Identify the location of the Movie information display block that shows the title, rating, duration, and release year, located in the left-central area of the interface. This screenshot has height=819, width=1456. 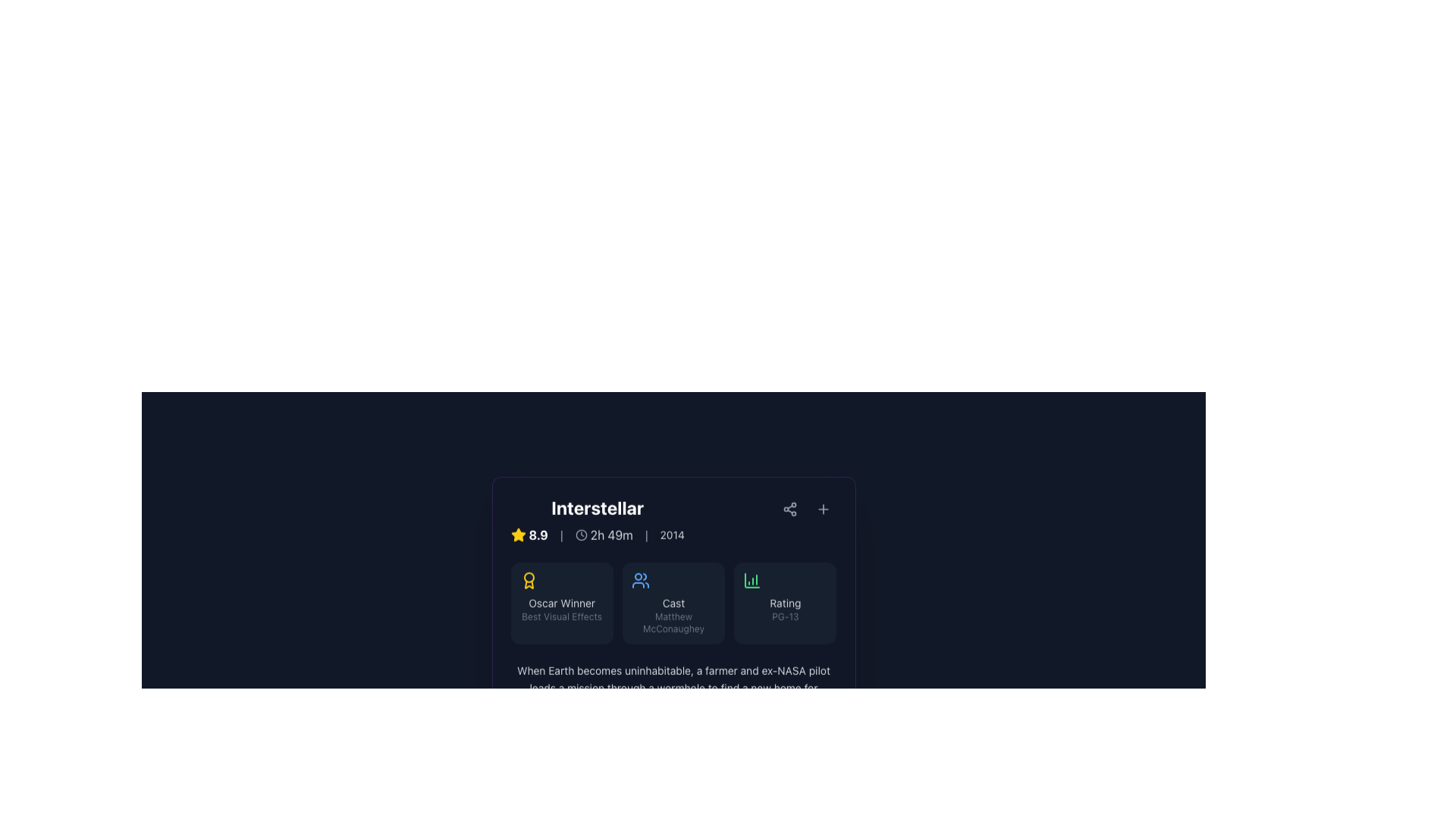
(597, 519).